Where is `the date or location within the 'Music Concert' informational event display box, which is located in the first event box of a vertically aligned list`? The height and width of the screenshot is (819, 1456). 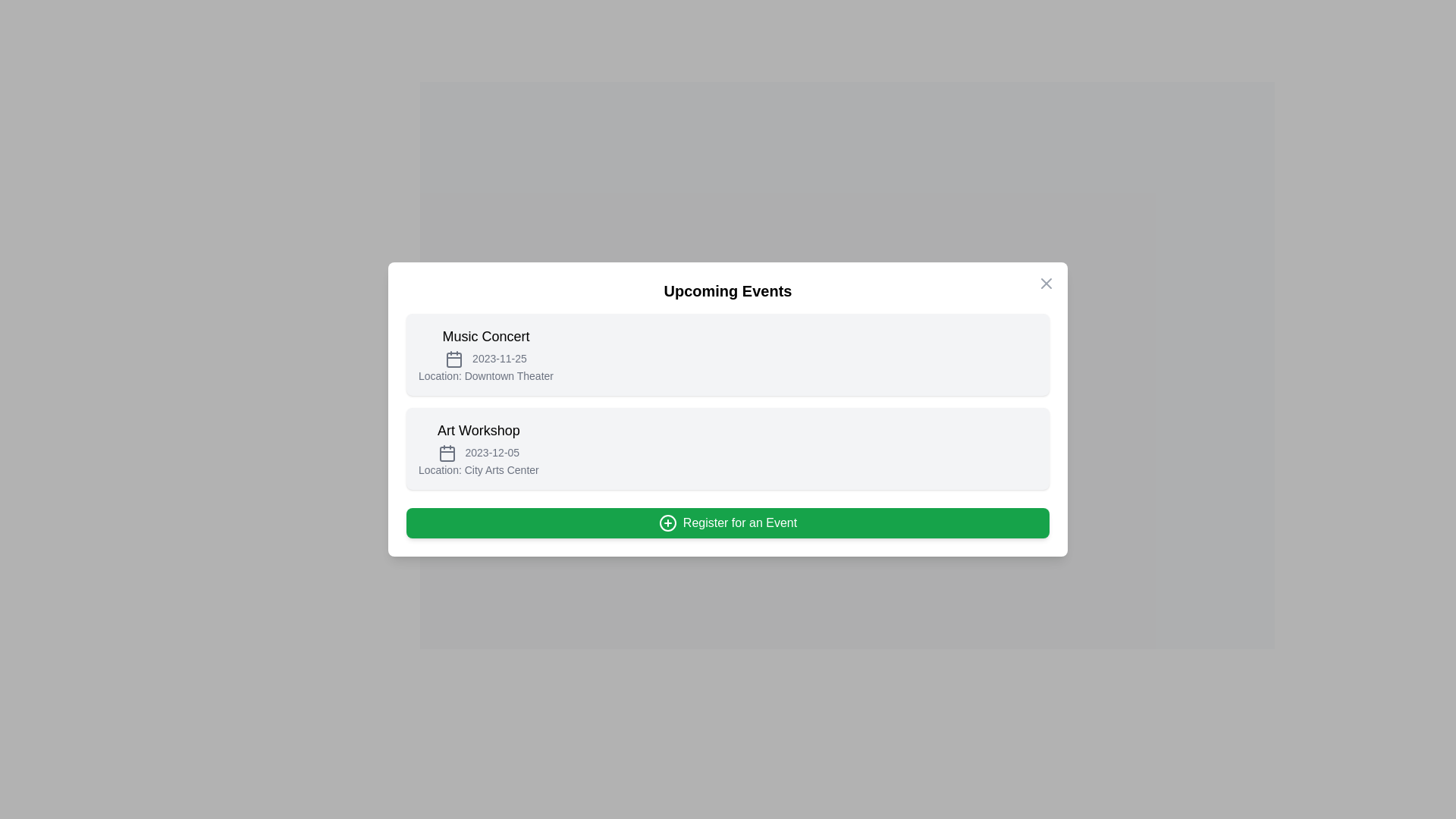 the date or location within the 'Music Concert' informational event display box, which is located in the first event box of a vertically aligned list is located at coordinates (485, 354).